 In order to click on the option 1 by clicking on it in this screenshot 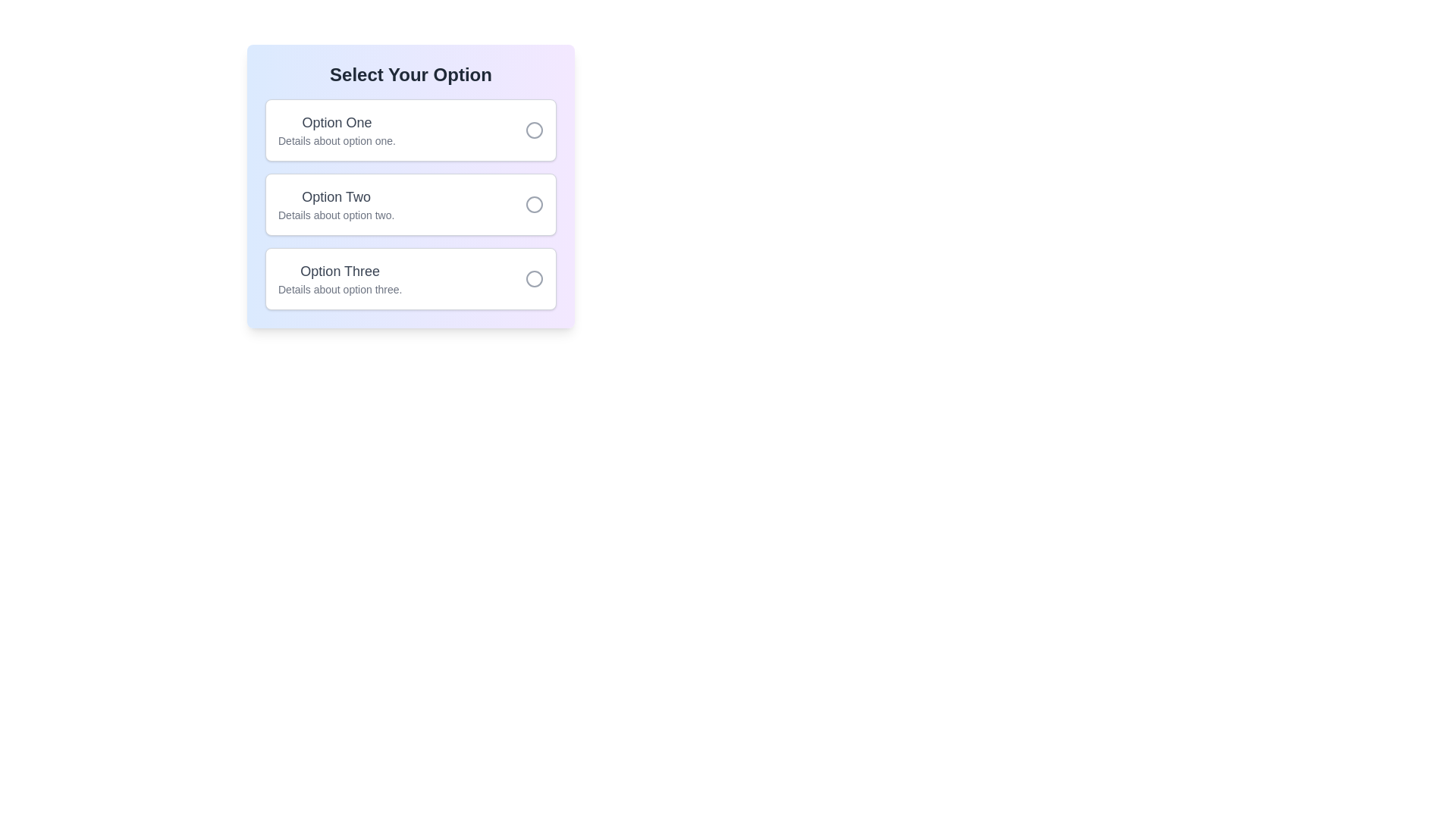, I will do `click(411, 130)`.